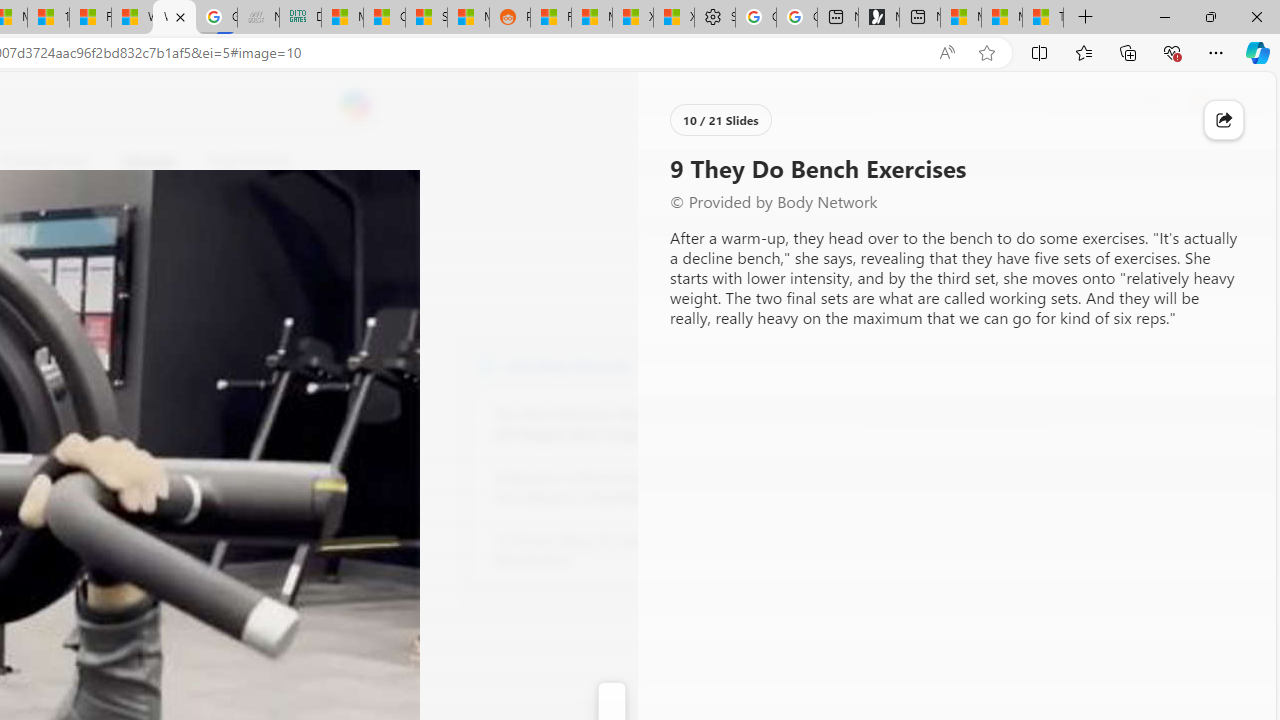 Image resolution: width=1280 pixels, height=720 pixels. I want to click on 'Go to publisher', so click(181, 257).